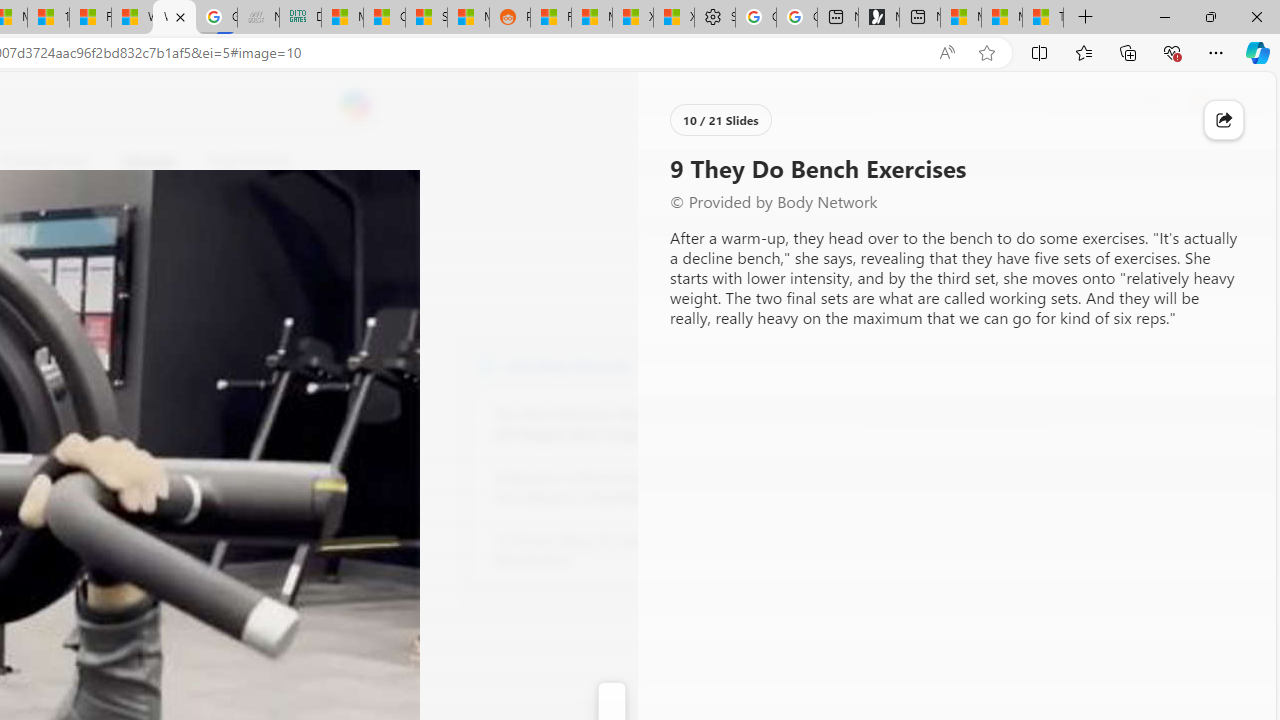 Image resolution: width=1280 pixels, height=720 pixels. I want to click on 'Go to publisher', so click(181, 257).